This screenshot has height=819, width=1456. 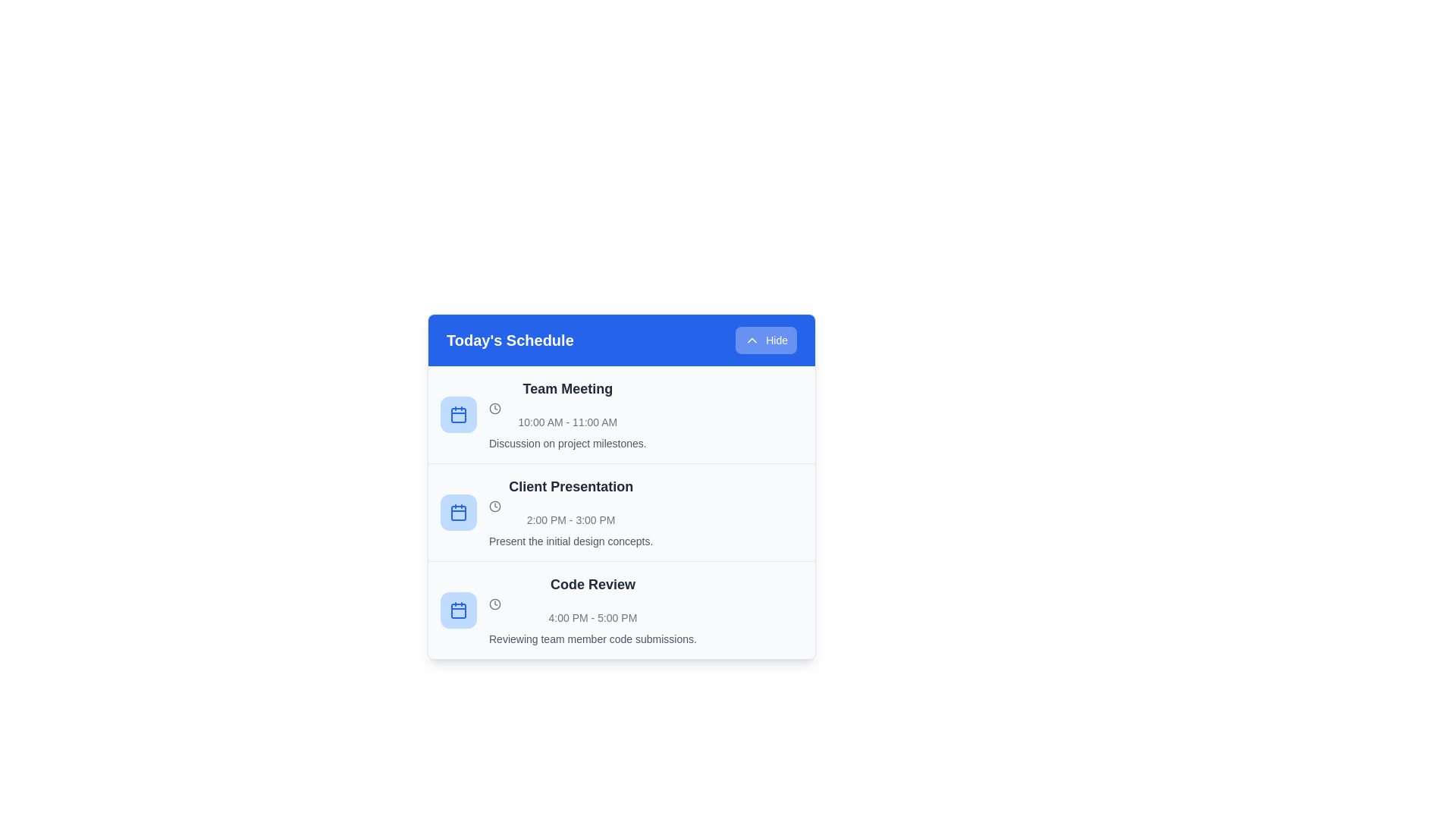 What do you see at coordinates (592, 639) in the screenshot?
I see `descriptive text block summarizing the 'Code Review' event, which is positioned below the time range text and aligned with the schedule content block` at bounding box center [592, 639].